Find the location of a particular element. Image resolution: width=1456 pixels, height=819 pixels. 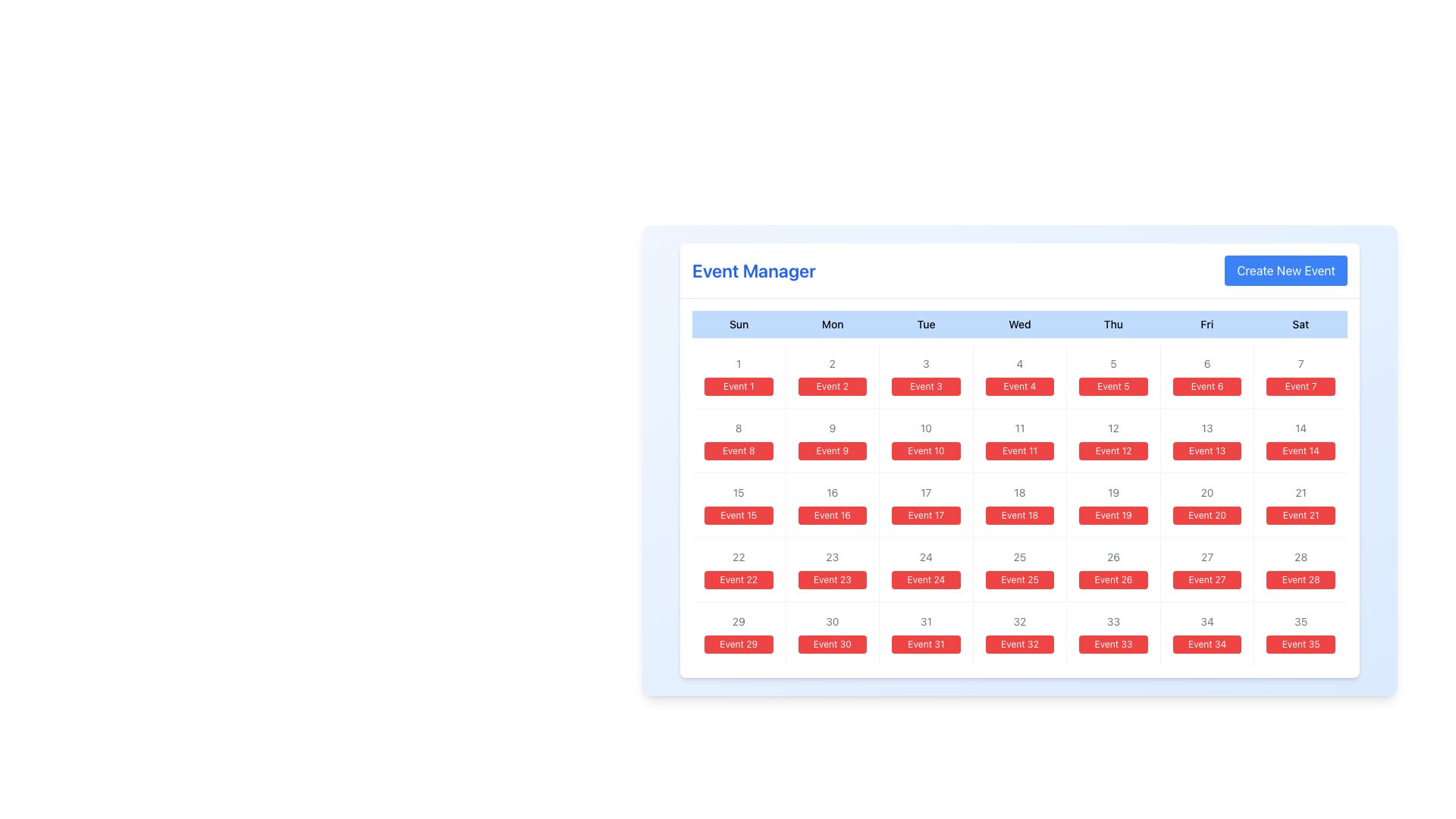

on the numerical text label '15' styled in a small, gray font, located above the red button labeled 'Event 15' within the calendar-like grid is located at coordinates (739, 493).